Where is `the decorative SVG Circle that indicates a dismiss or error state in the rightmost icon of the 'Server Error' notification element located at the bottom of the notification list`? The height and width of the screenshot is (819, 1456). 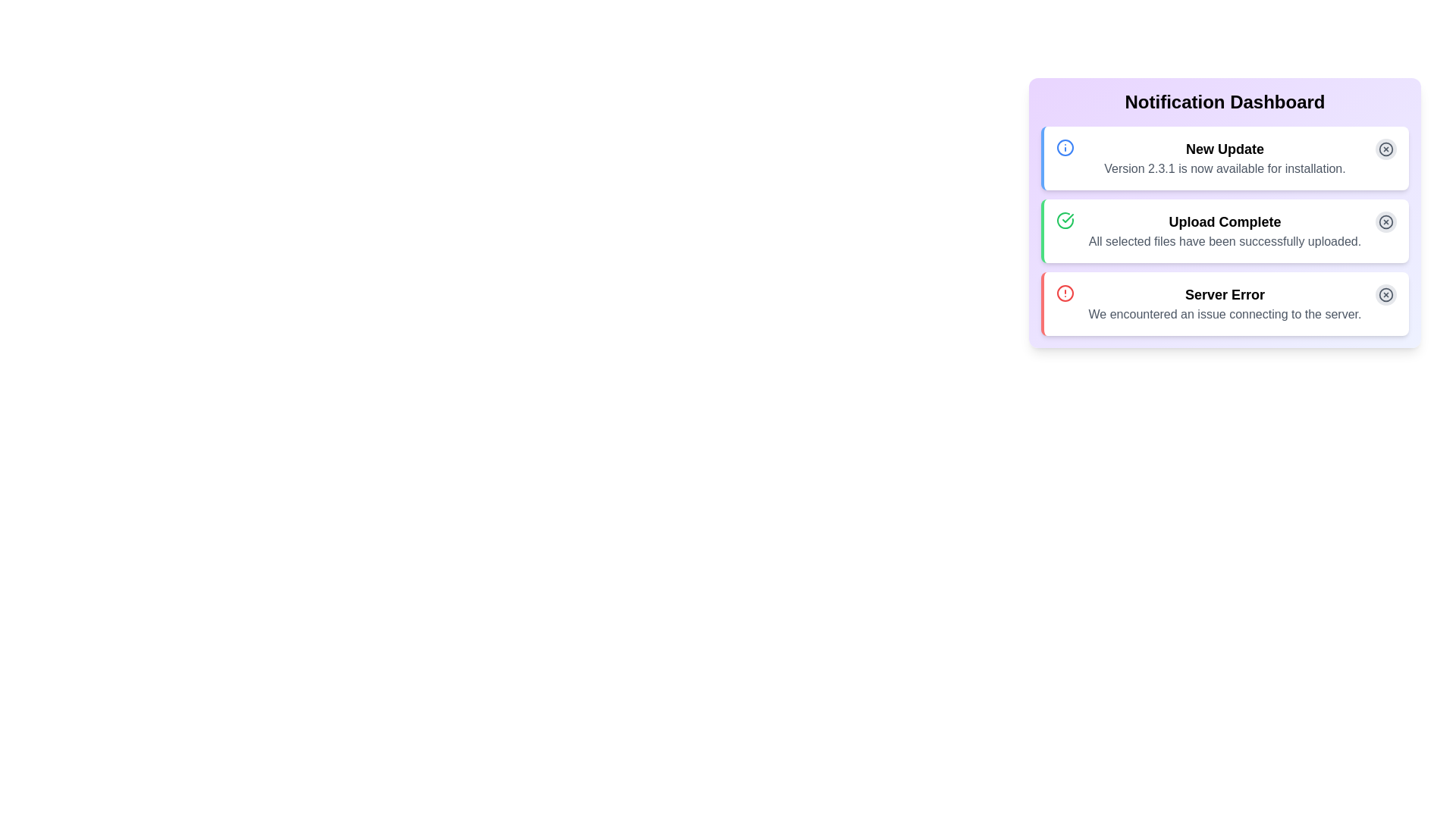
the decorative SVG Circle that indicates a dismiss or error state in the rightmost icon of the 'Server Error' notification element located at the bottom of the notification list is located at coordinates (1386, 295).